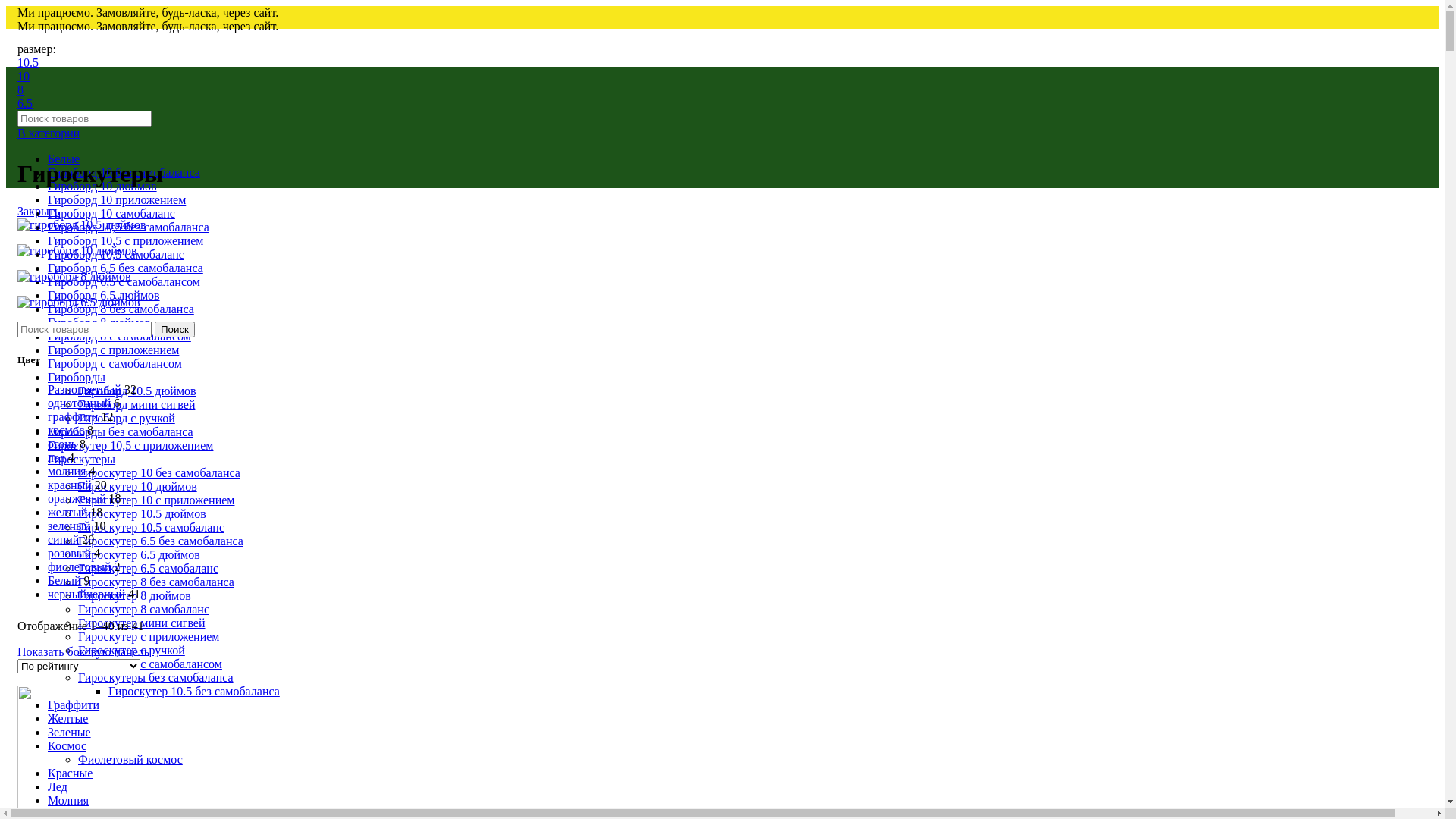 The height and width of the screenshot is (819, 1456). I want to click on '10.5', so click(28, 61).